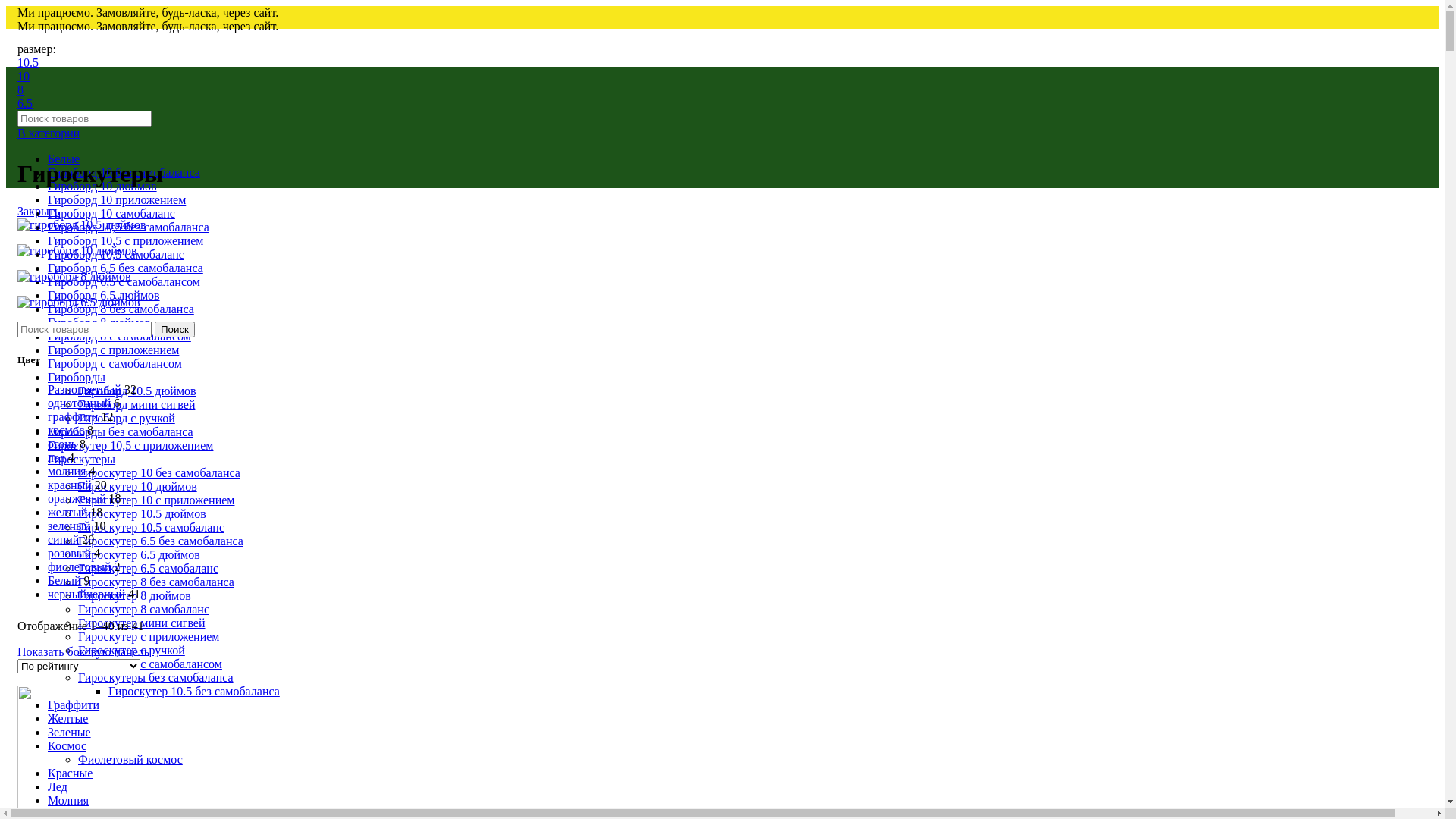 The height and width of the screenshot is (819, 1456). I want to click on '10.5', so click(28, 61).